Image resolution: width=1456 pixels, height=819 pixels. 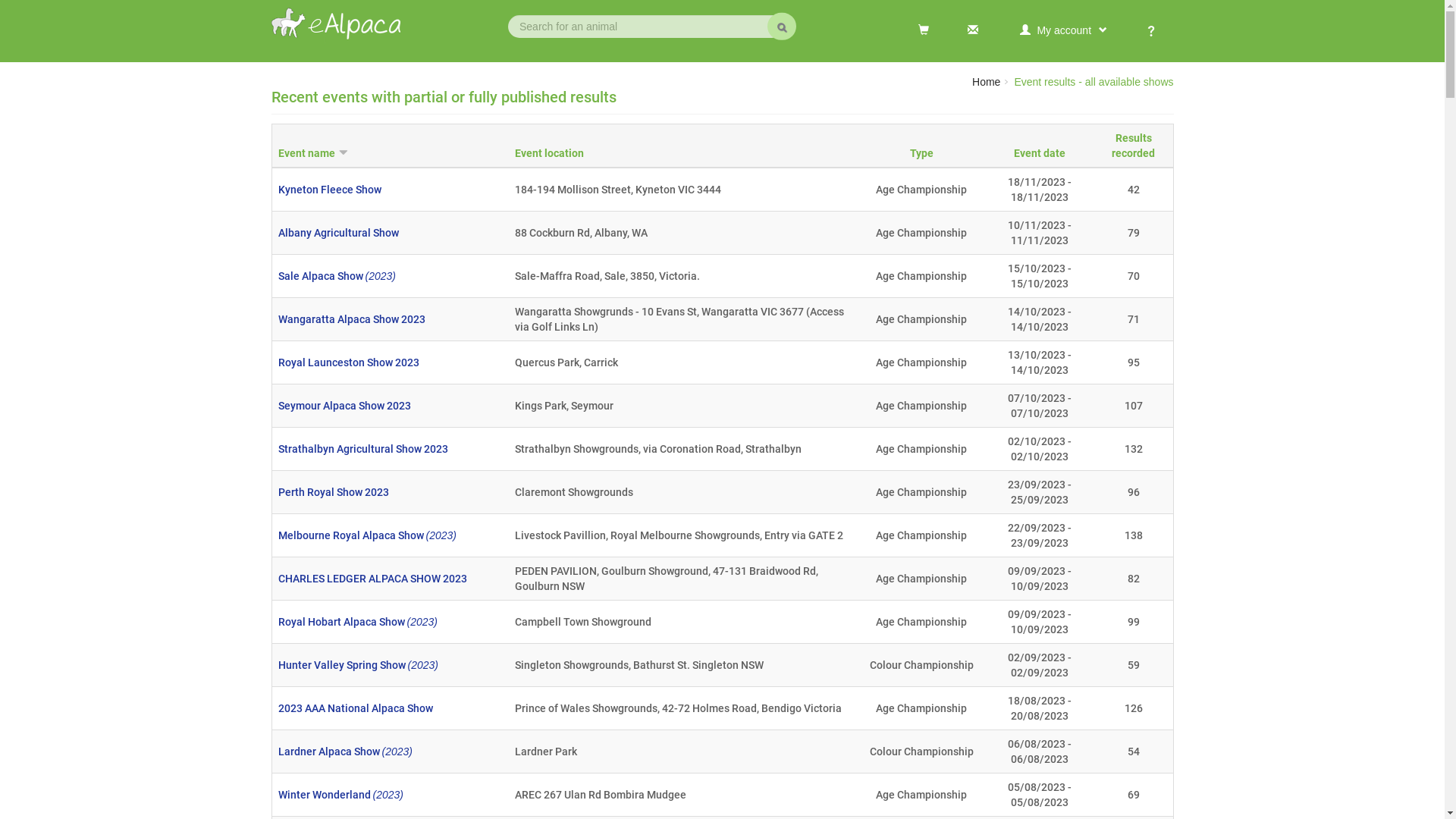 What do you see at coordinates (366, 534) in the screenshot?
I see `'Melbourne Royal Alpaca Show (2023)'` at bounding box center [366, 534].